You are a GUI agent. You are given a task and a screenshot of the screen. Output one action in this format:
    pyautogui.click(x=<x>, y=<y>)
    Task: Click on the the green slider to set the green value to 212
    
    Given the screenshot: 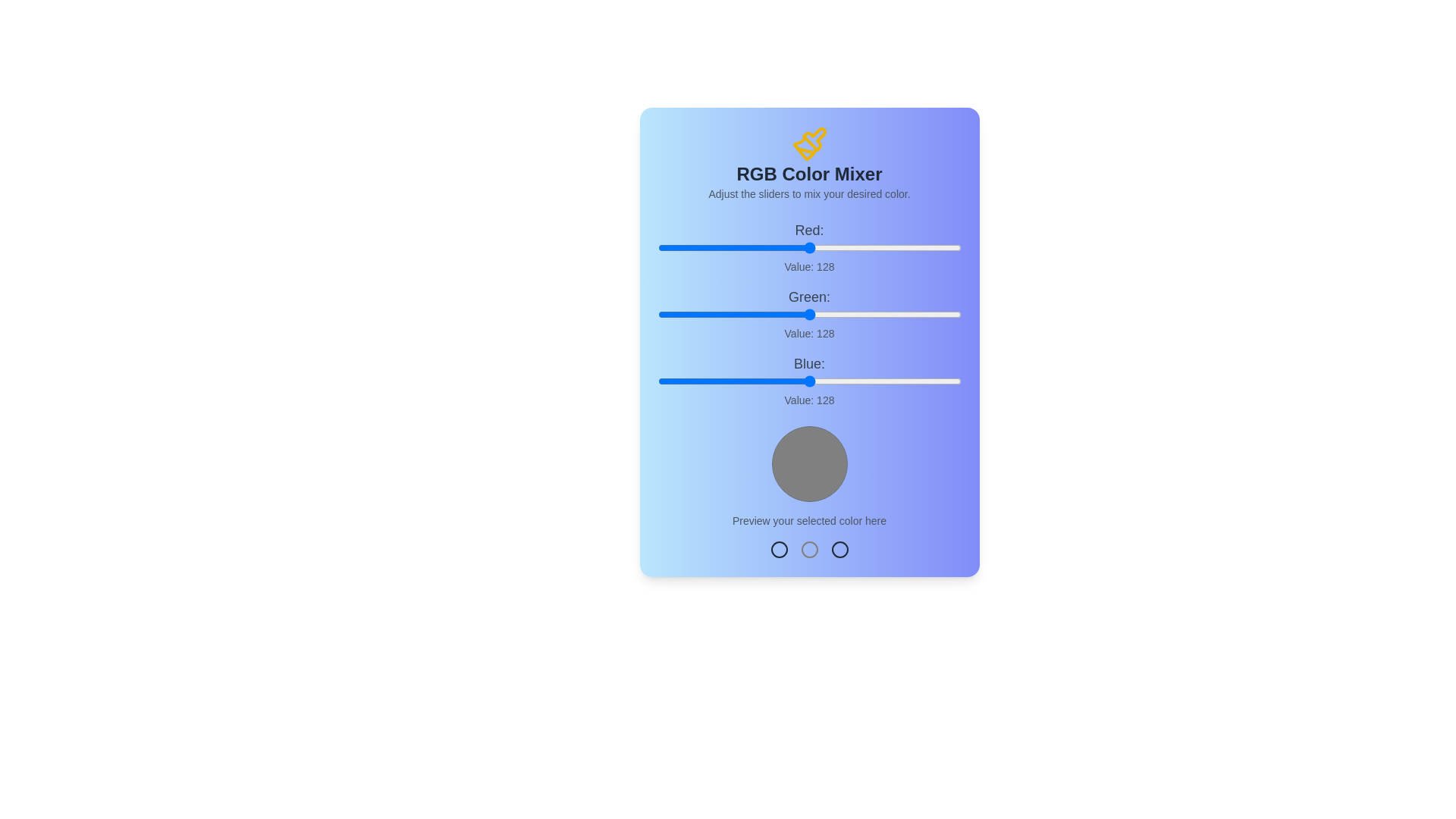 What is the action you would take?
    pyautogui.click(x=910, y=314)
    